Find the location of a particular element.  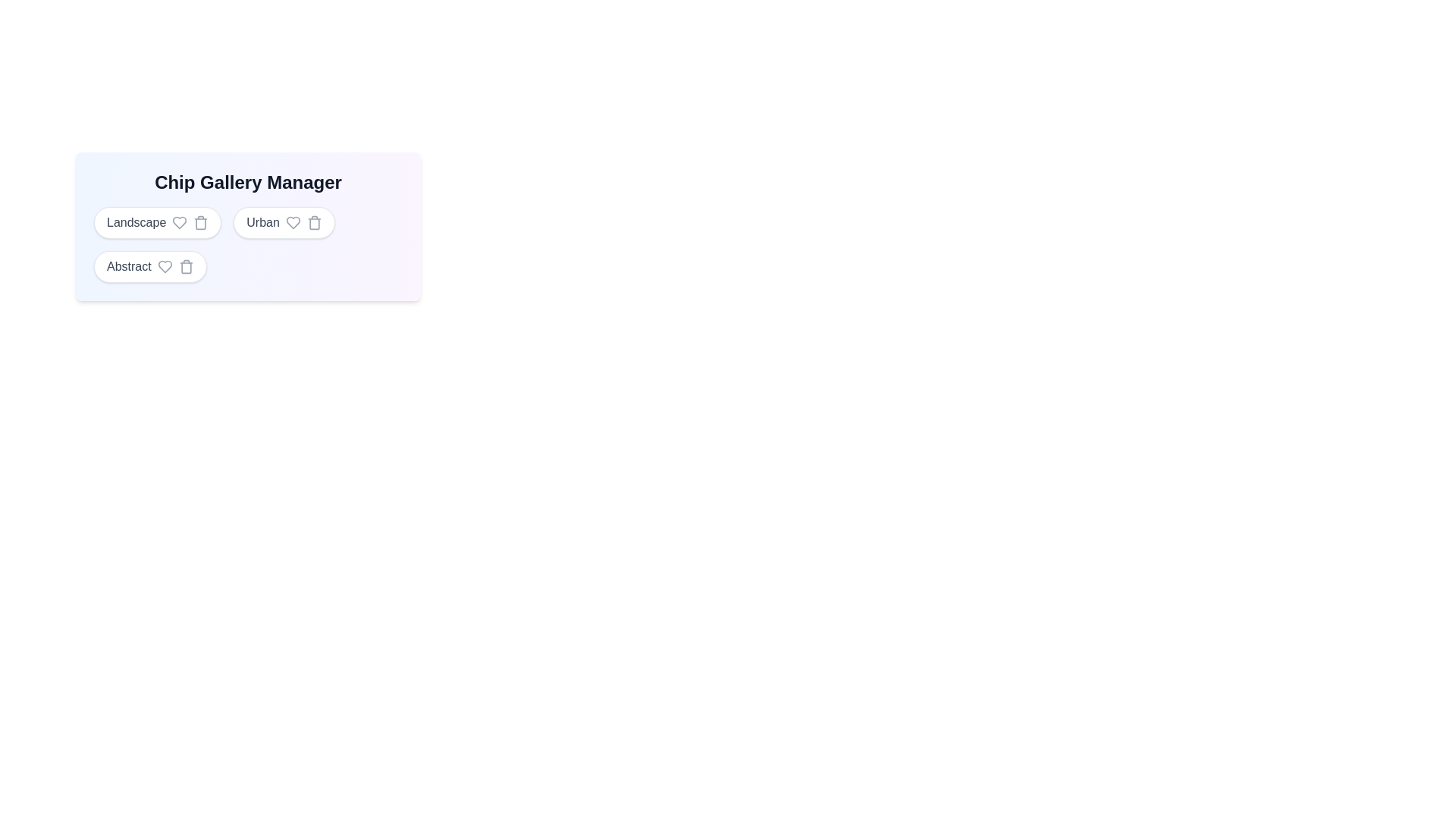

the heart icon of the chip labeled Landscape to toggle its liked state is located at coordinates (180, 222).